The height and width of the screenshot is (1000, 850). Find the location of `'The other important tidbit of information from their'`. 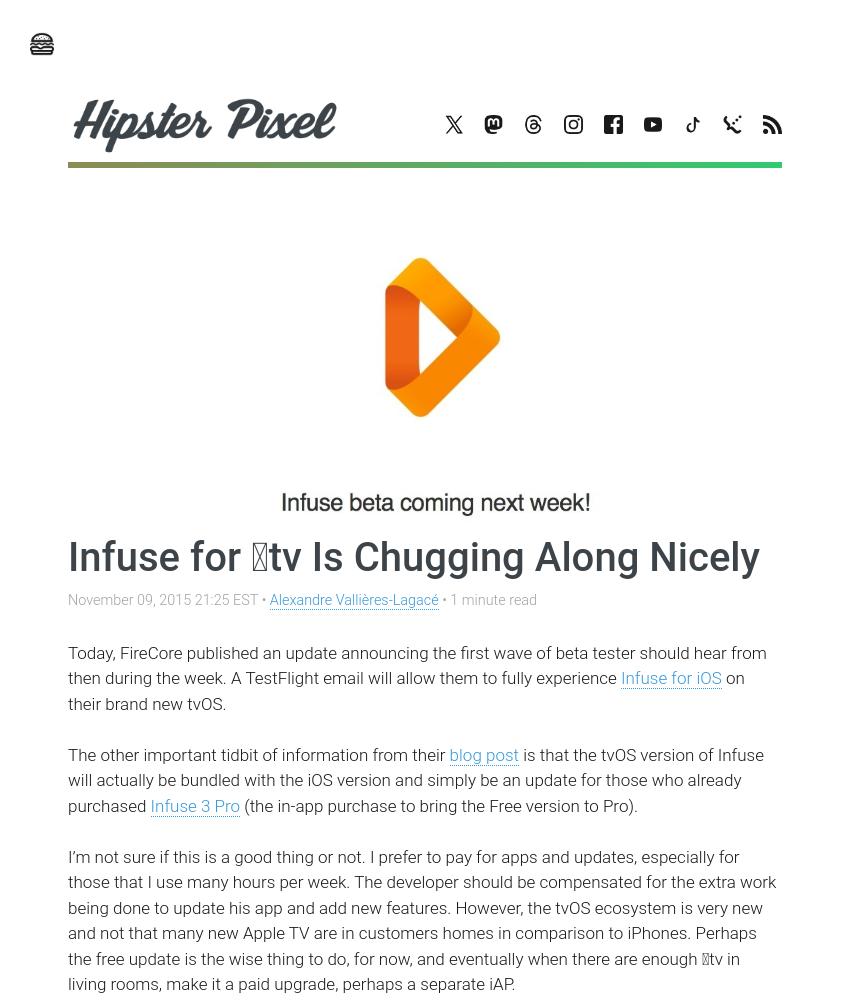

'The other important tidbit of information from their' is located at coordinates (257, 754).